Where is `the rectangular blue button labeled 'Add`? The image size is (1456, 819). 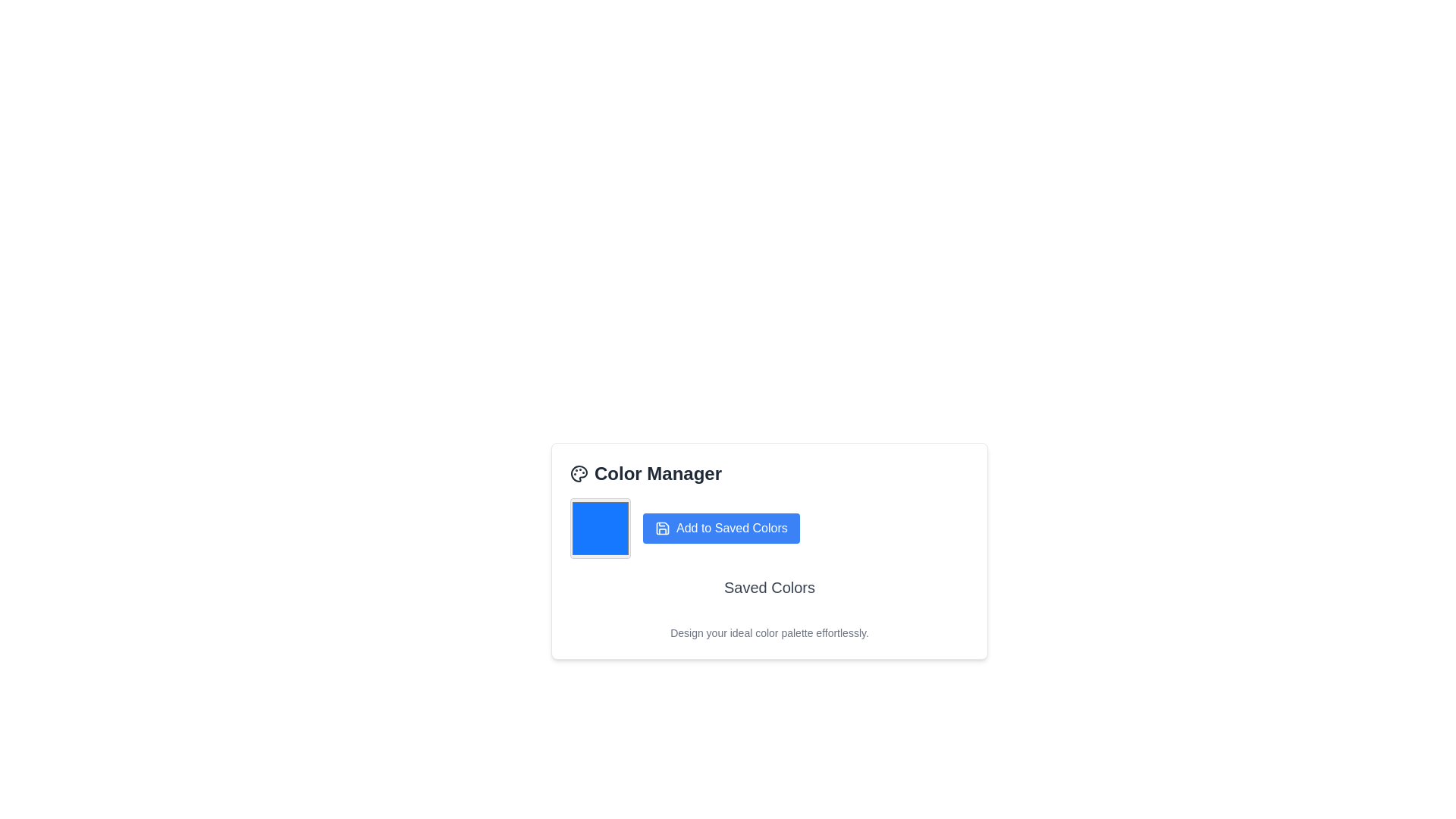
the rectangular blue button labeled 'Add is located at coordinates (720, 528).